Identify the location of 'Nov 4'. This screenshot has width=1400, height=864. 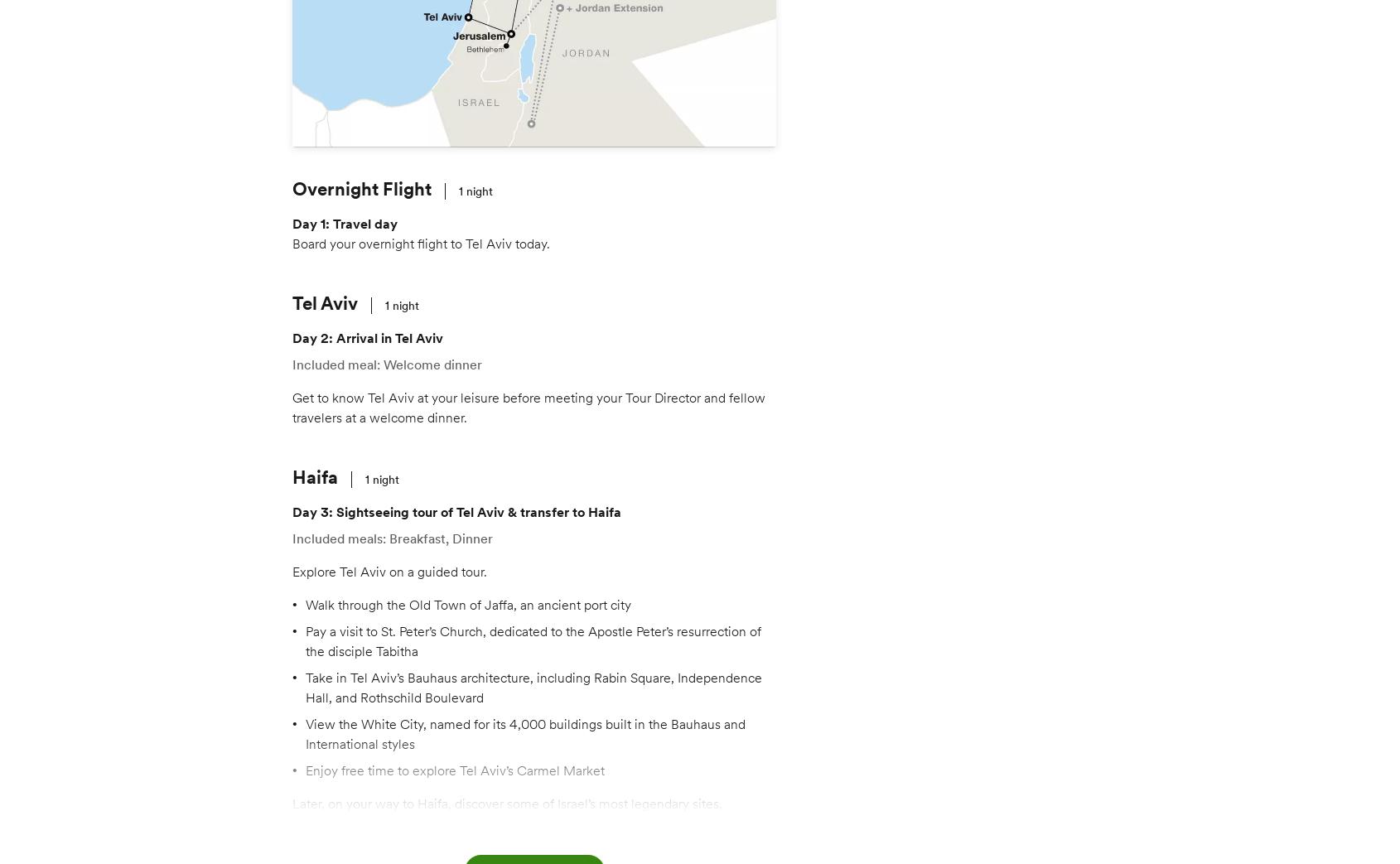
(876, 661).